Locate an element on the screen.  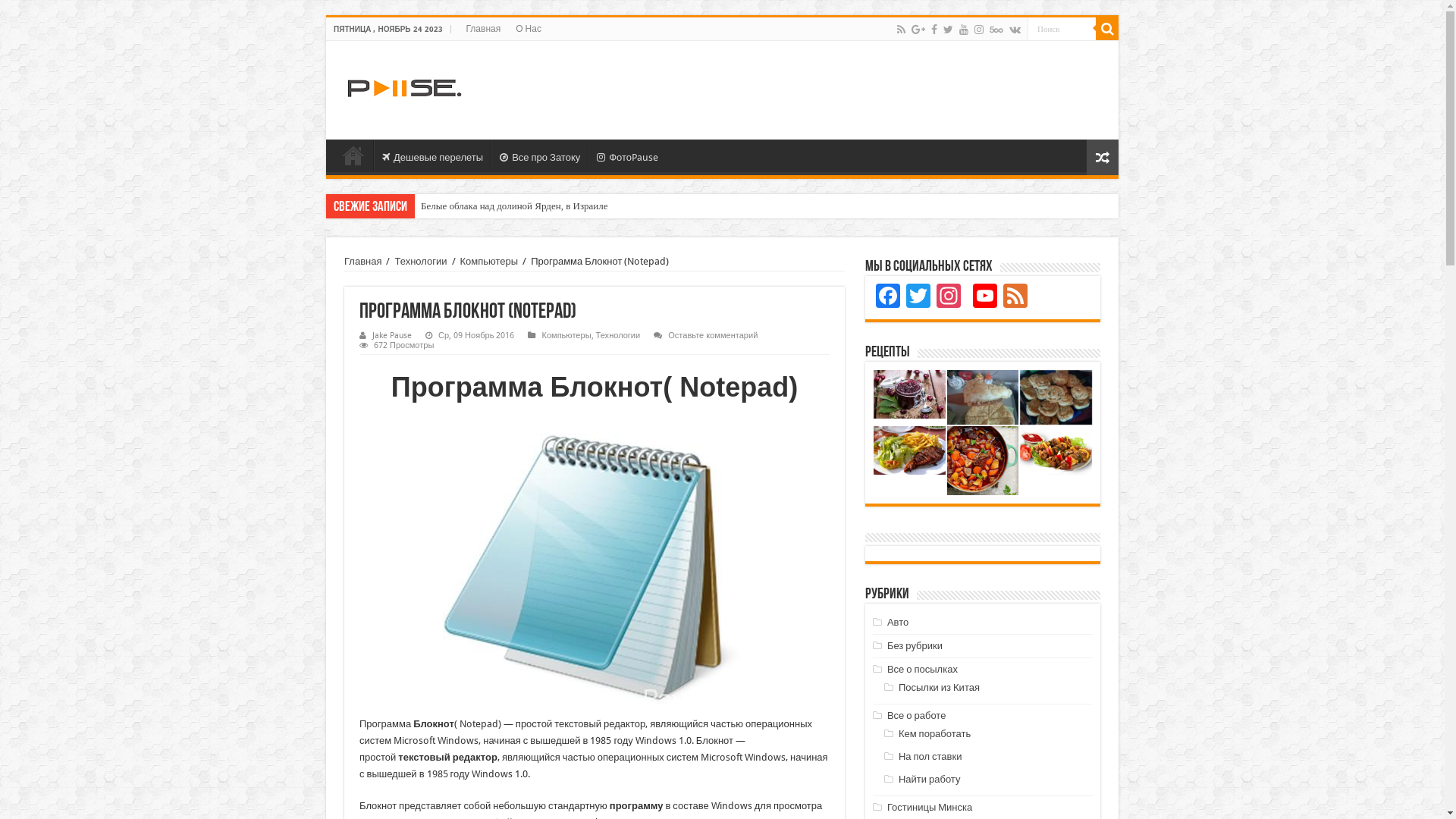
'Instagram' is located at coordinates (948, 297).